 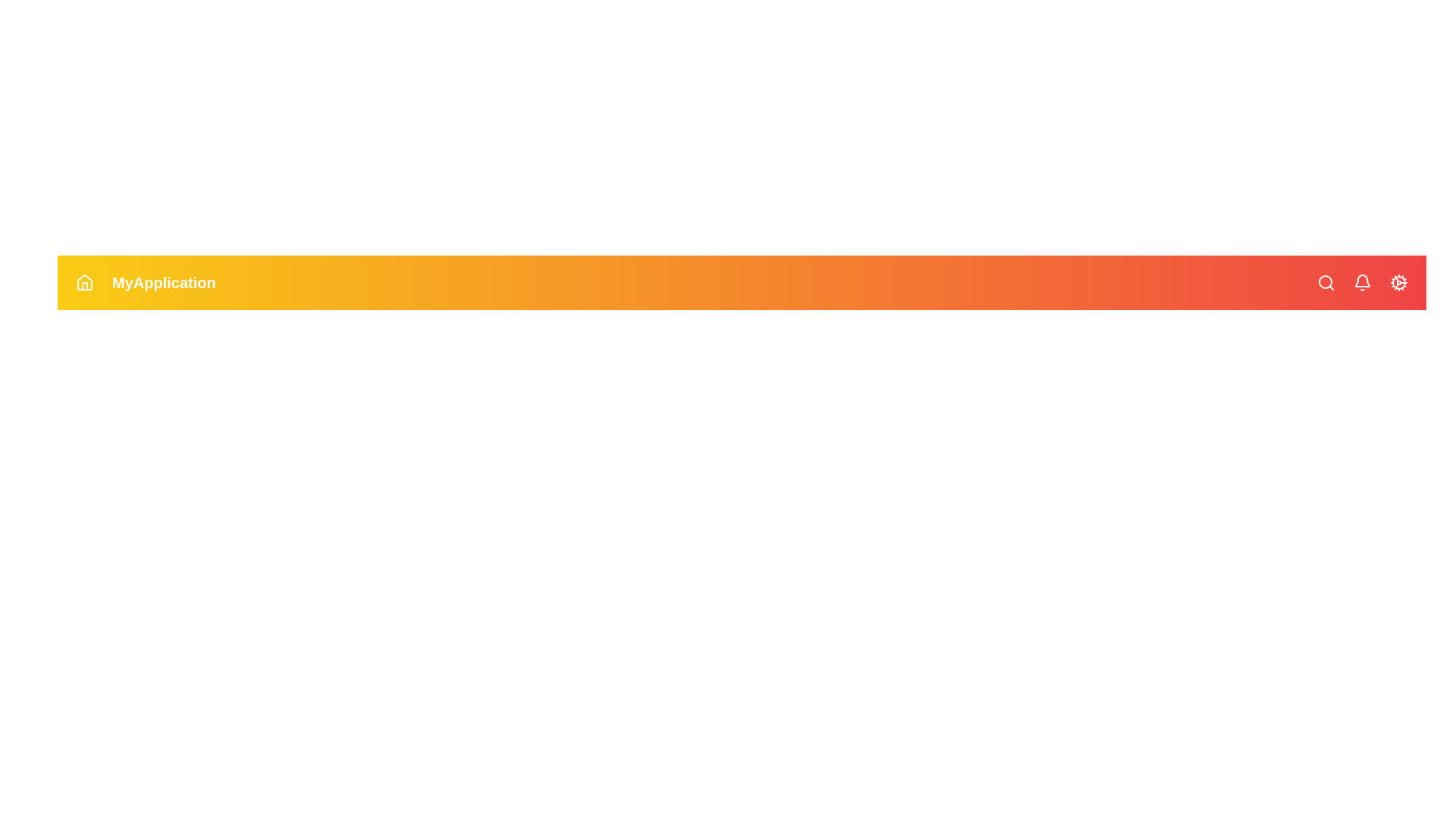 I want to click on the circular lens element of the magnifying glass icon located towards the top-right section of the application interface, so click(x=1324, y=281).